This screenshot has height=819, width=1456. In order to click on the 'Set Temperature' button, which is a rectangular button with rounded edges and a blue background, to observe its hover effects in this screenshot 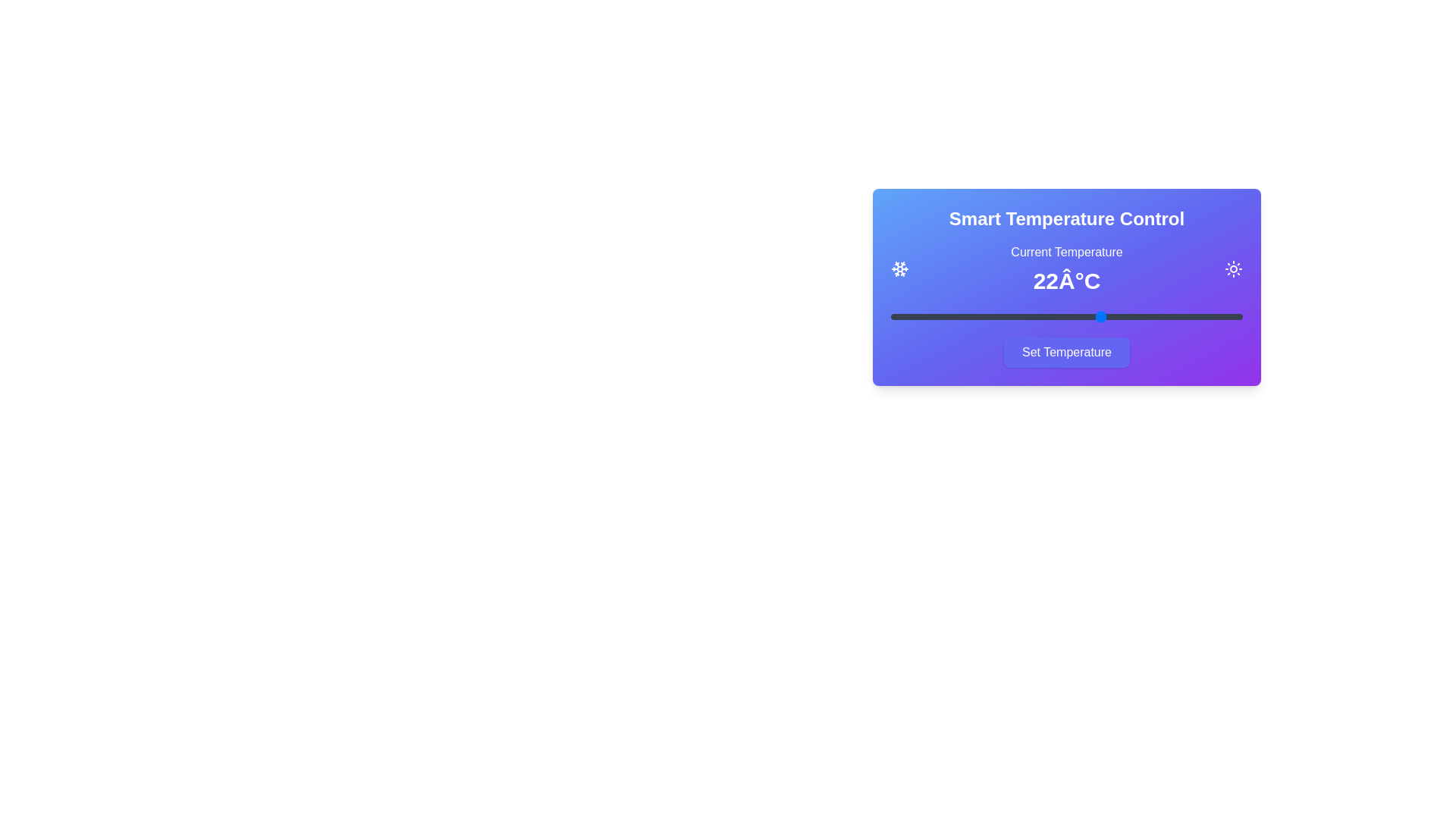, I will do `click(1065, 353)`.